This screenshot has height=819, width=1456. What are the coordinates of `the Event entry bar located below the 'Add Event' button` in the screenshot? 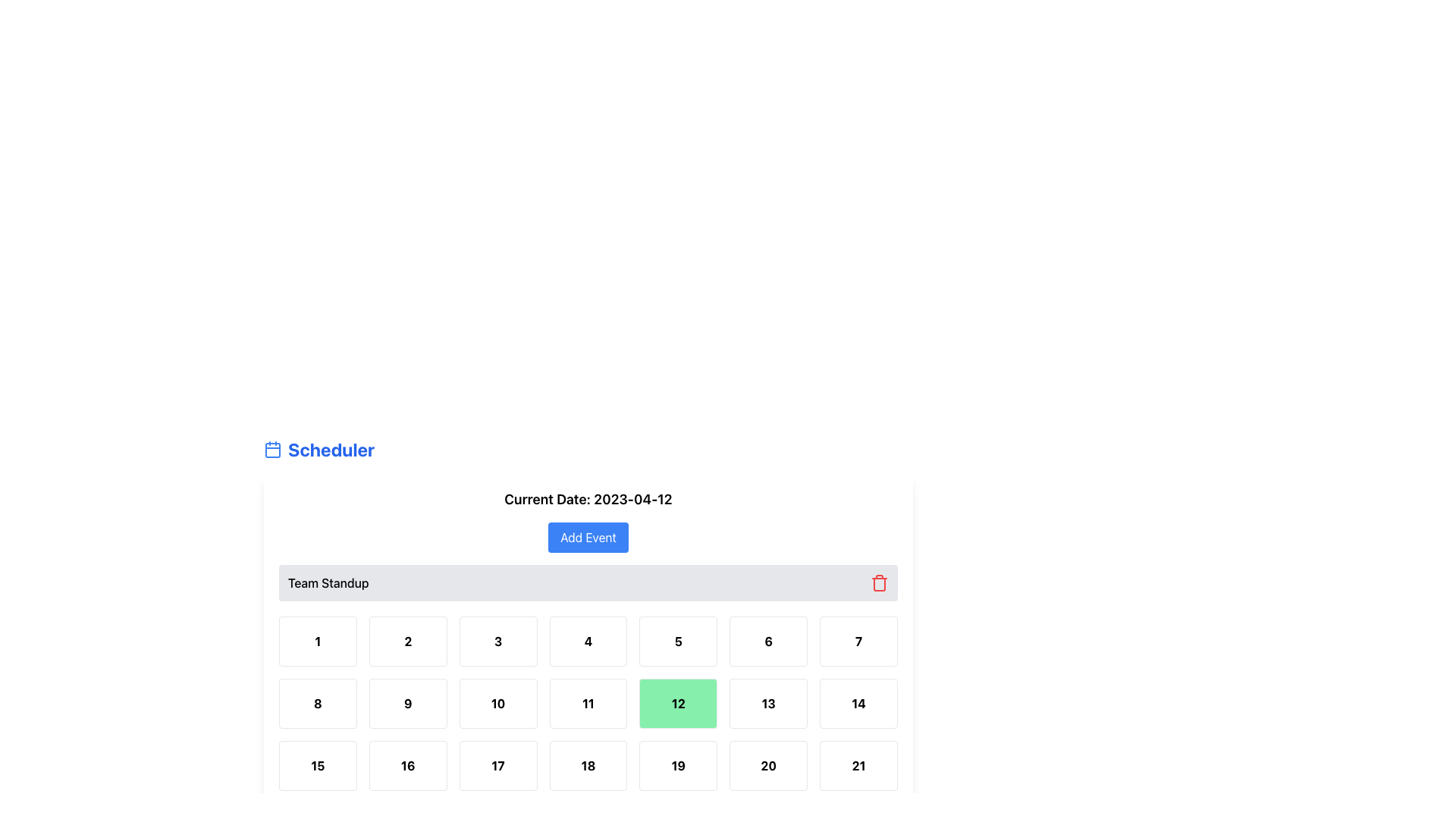 It's located at (588, 582).